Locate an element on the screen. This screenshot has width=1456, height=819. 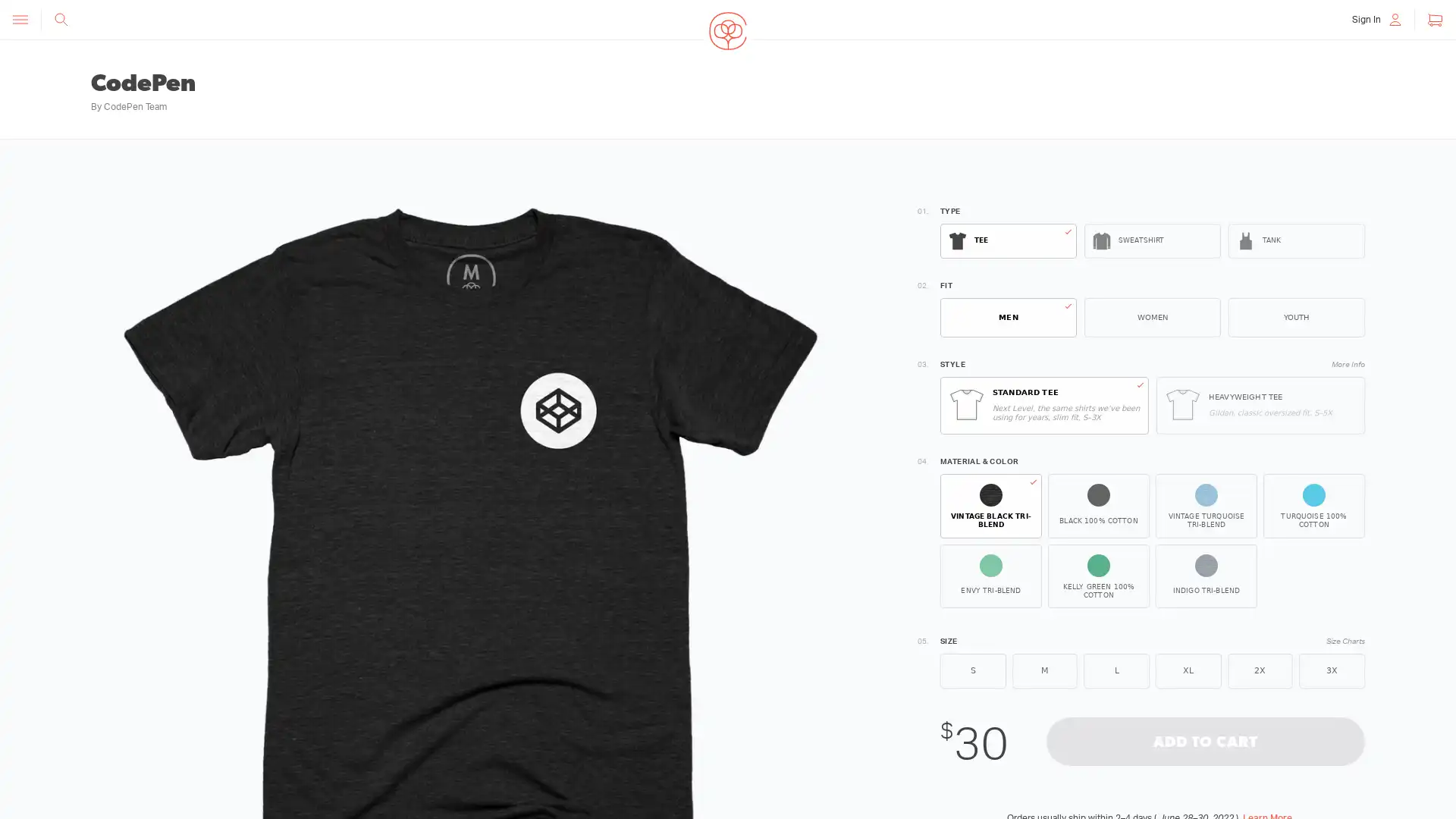
ADD TO CART is located at coordinates (1204, 741).